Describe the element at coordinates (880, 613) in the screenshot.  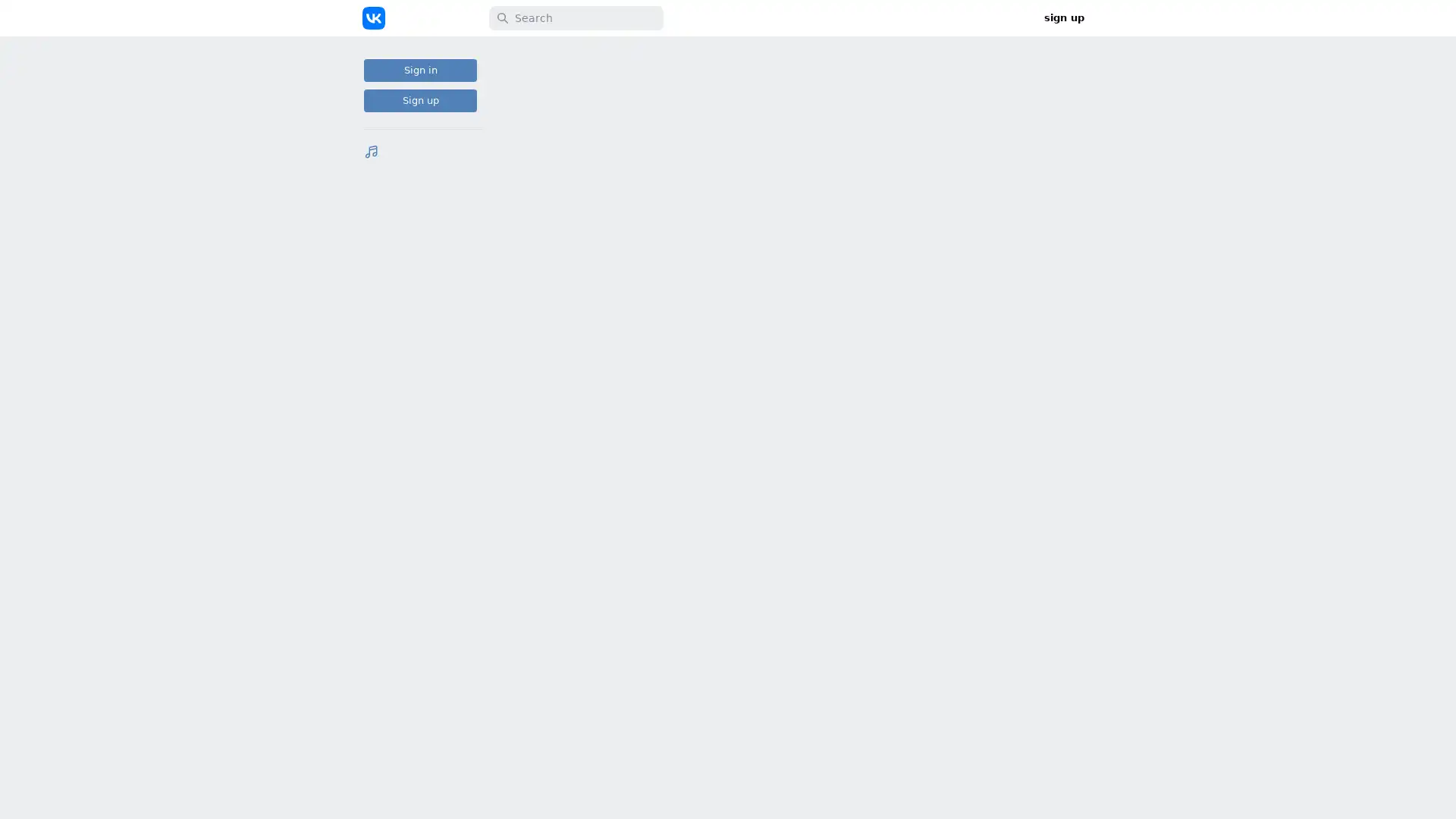
I see `Actions` at that location.